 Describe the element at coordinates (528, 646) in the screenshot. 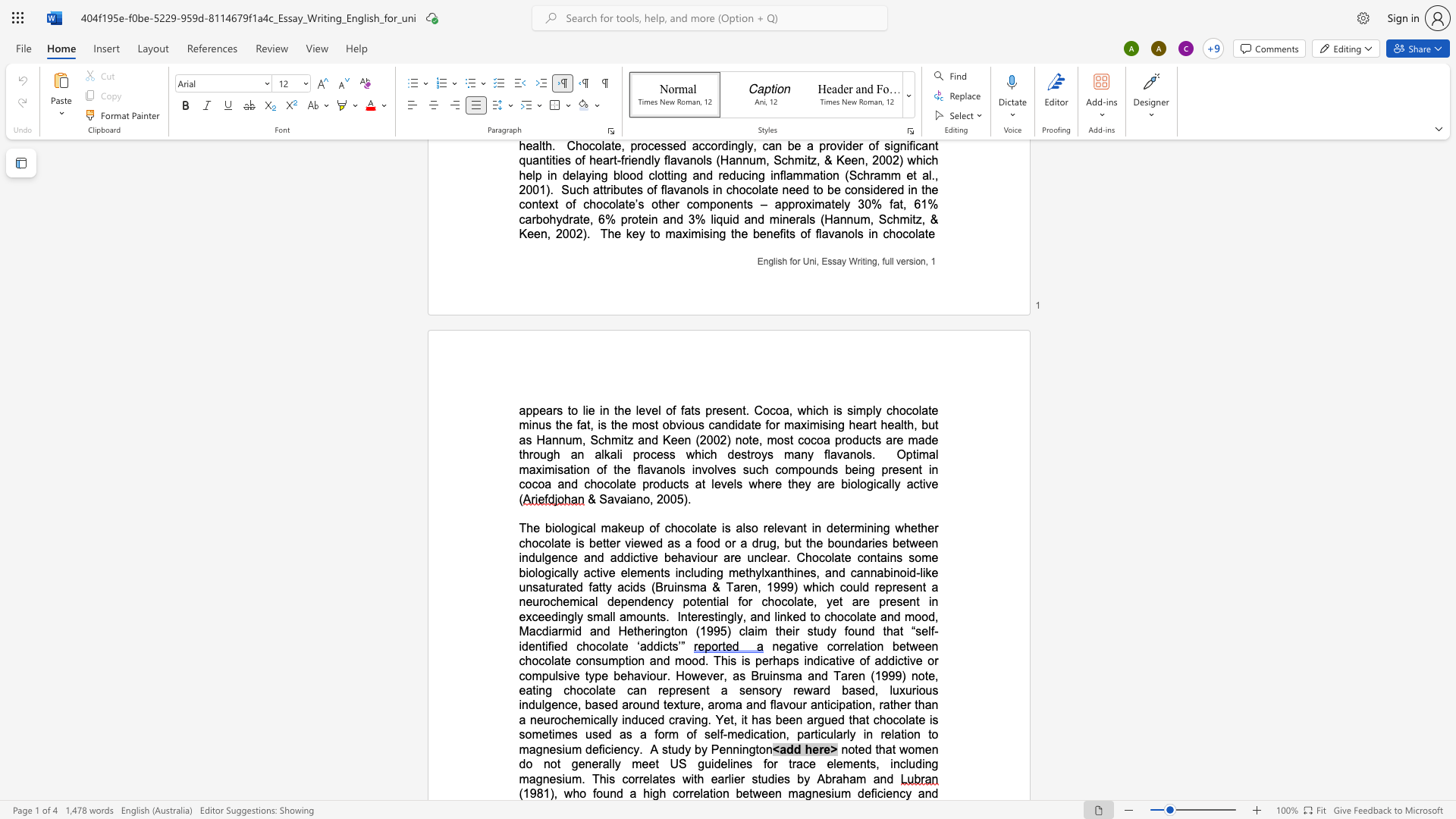

I see `the space between the continuous character "d" and "e" in the text` at that location.